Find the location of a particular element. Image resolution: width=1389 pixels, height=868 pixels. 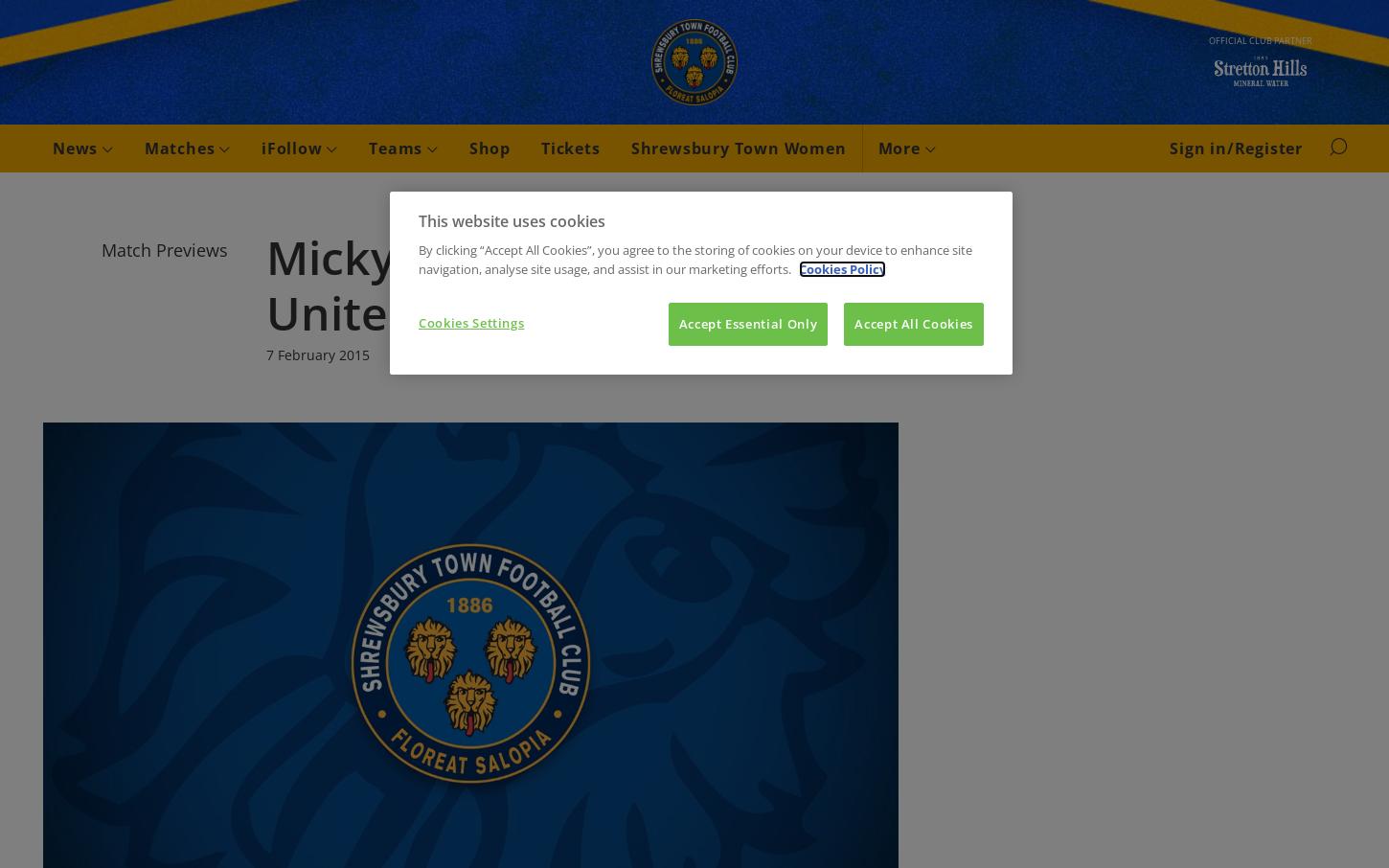

'Tickets' is located at coordinates (541, 148).